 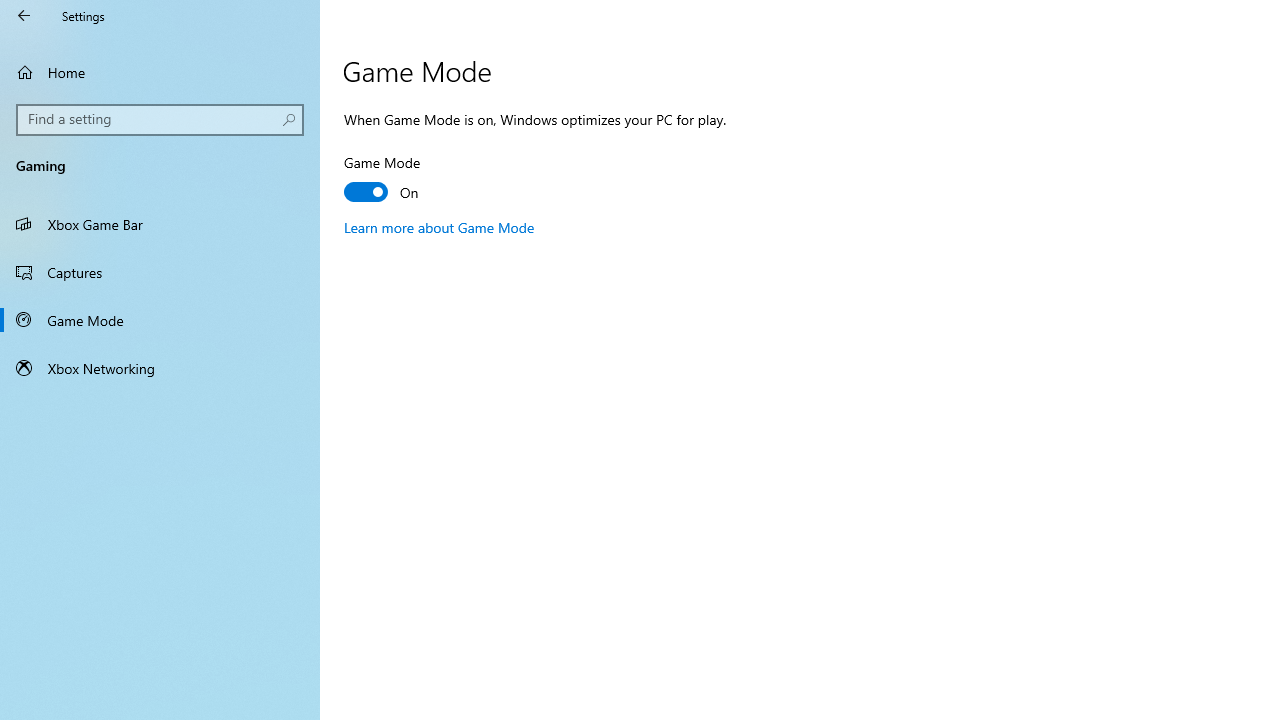 I want to click on 'Search box, Find a setting', so click(x=160, y=119).